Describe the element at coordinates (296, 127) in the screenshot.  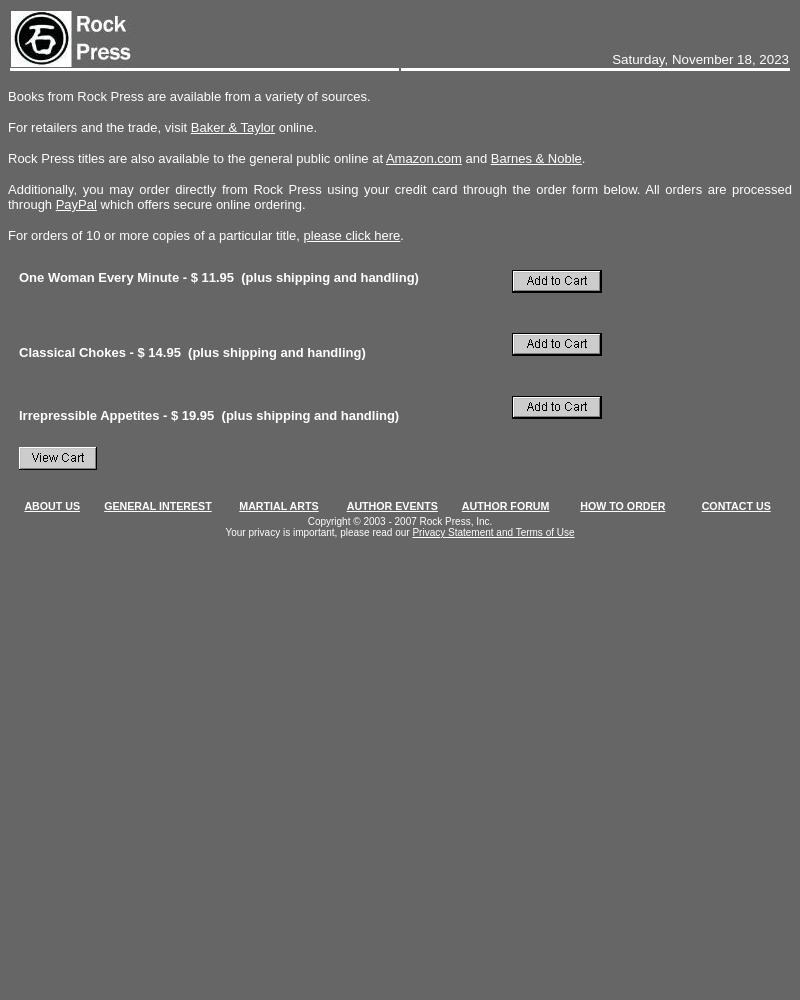
I see `'online.'` at that location.